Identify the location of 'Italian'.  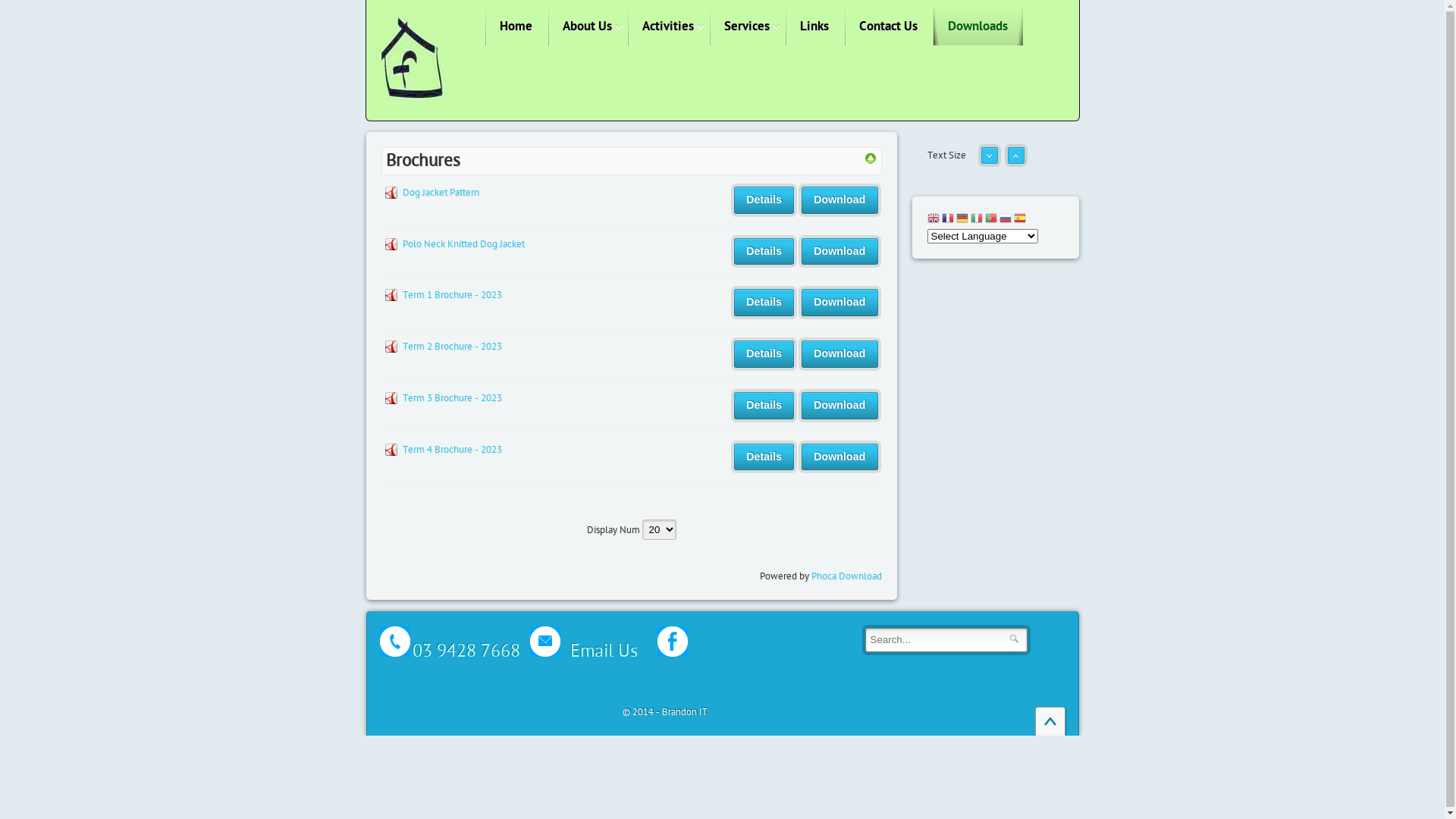
(971, 219).